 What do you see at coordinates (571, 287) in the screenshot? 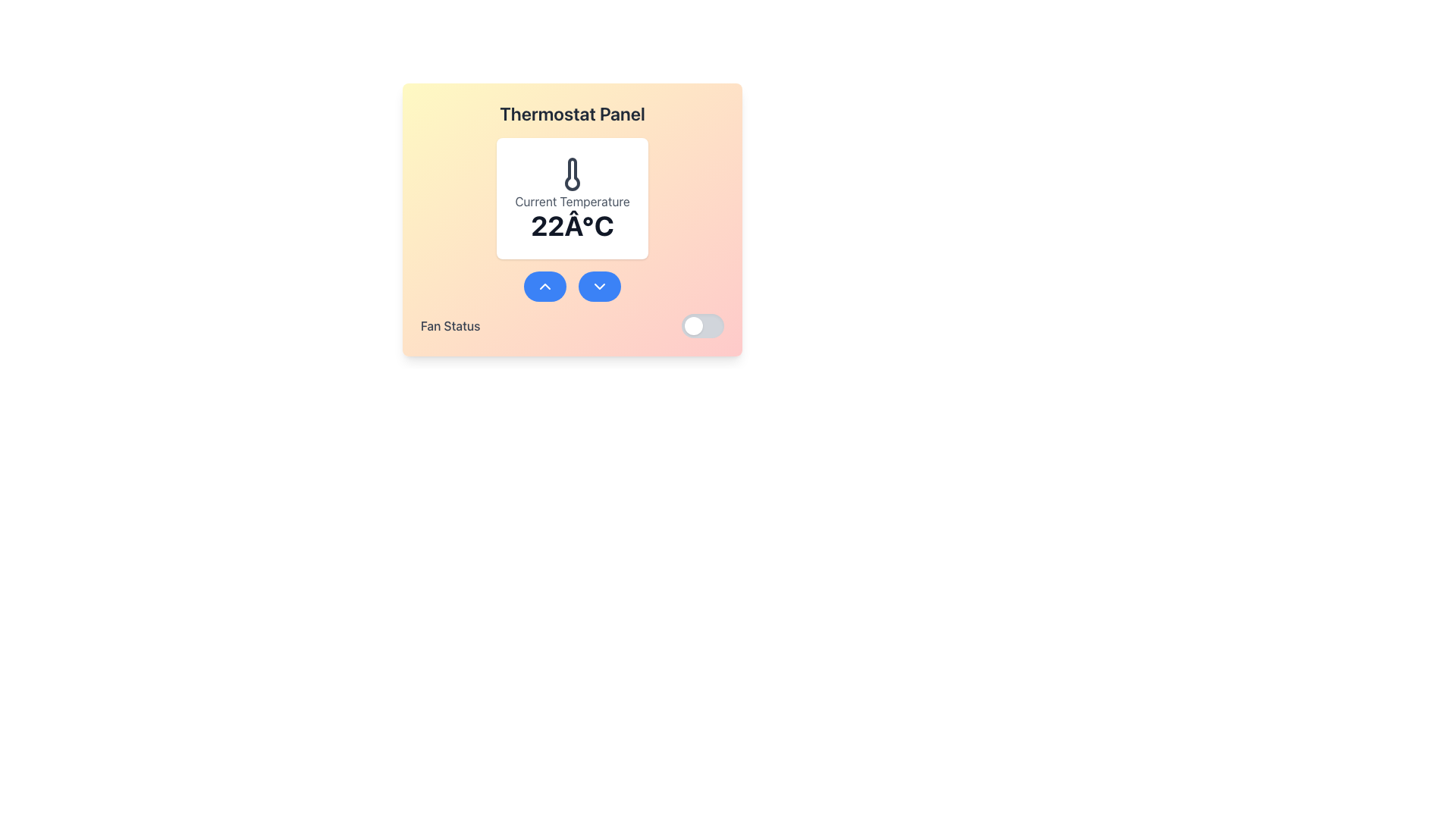
I see `the up button of the dual button component for adjusting temperature, located beneath the temperature indicator '22°C'` at bounding box center [571, 287].